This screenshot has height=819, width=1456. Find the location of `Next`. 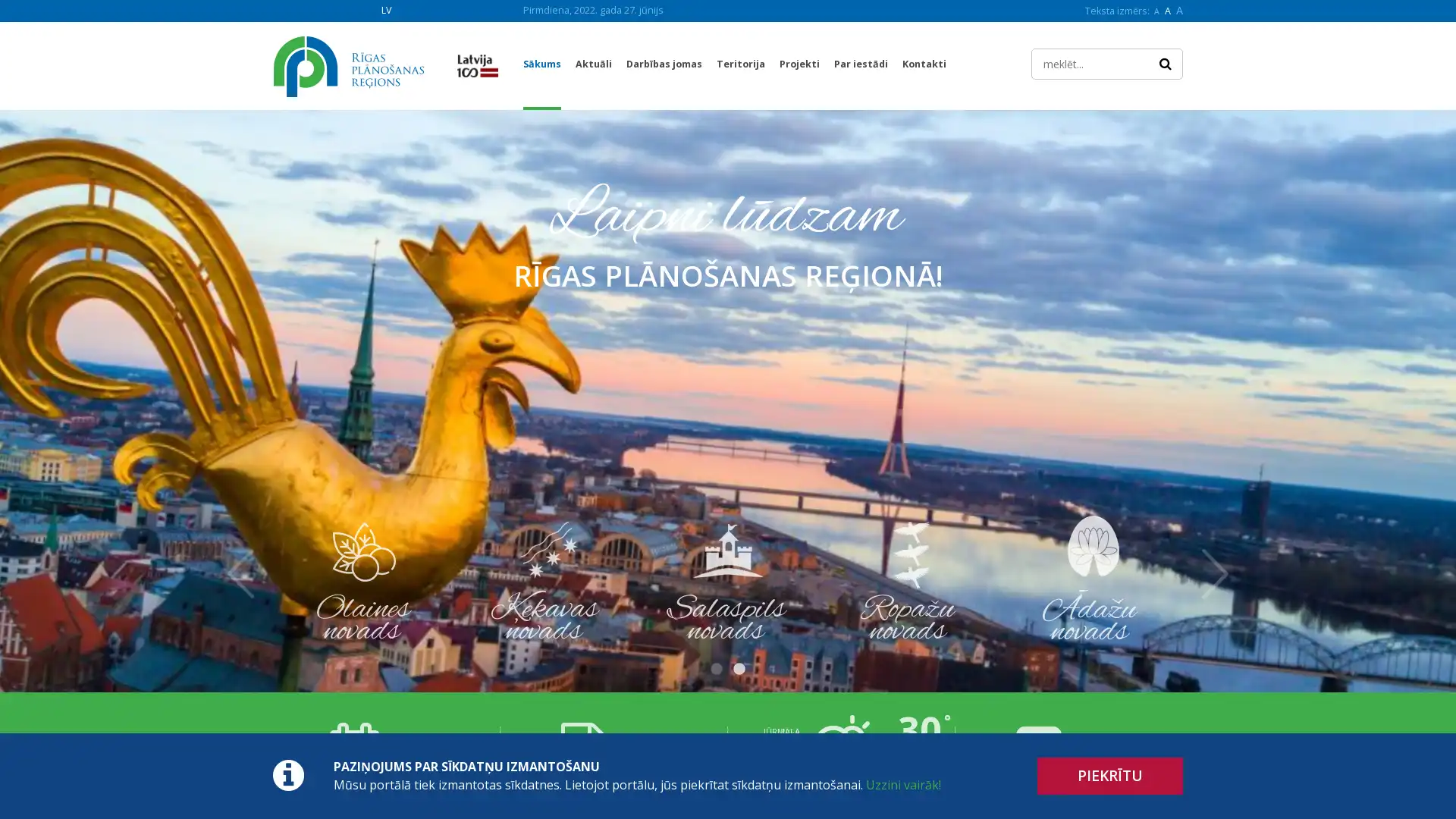

Next is located at coordinates (1215, 573).